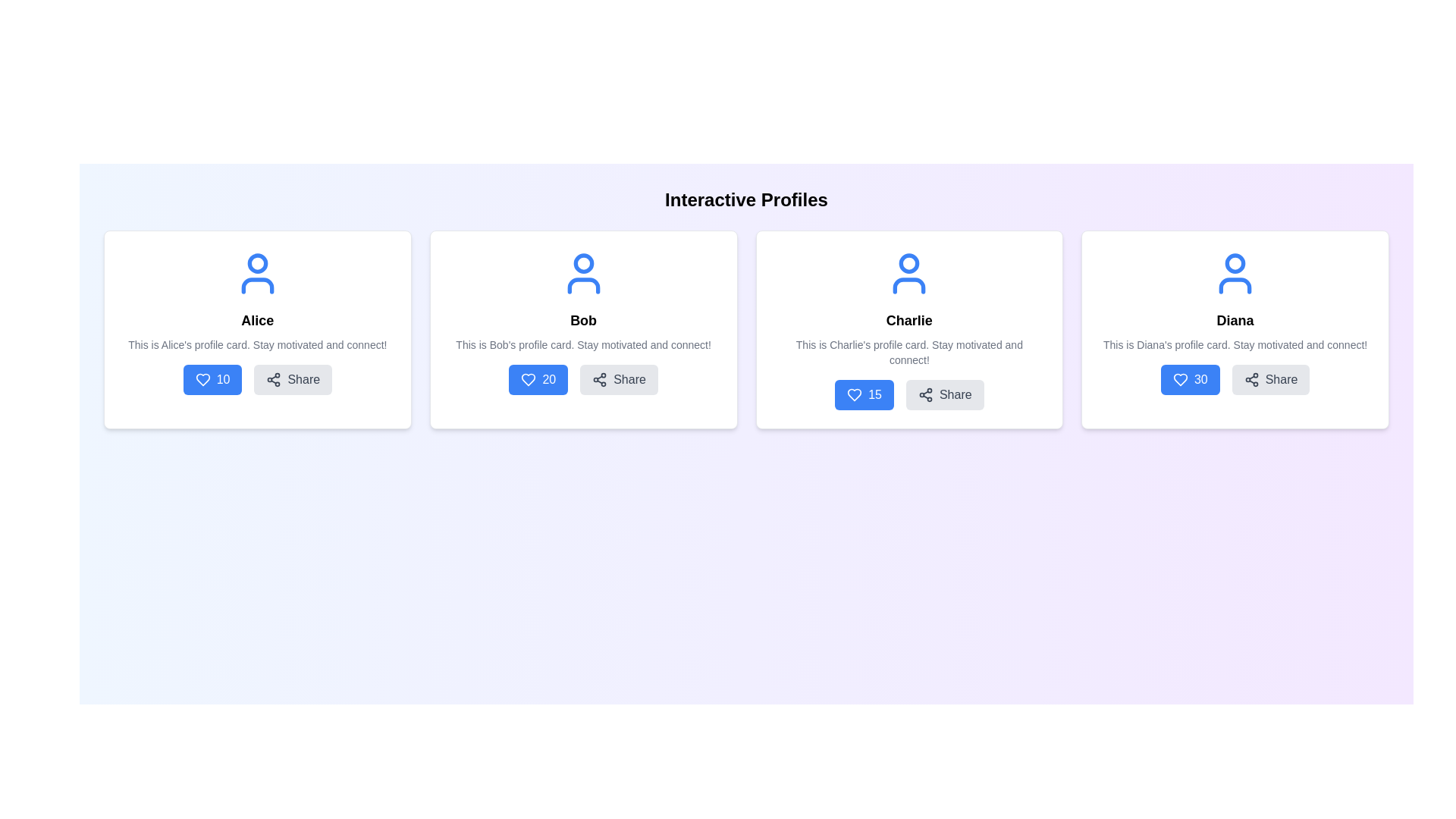 The width and height of the screenshot is (1456, 819). I want to click on the small circular shape representing the face of Bob's graphical user icon within his profile card, so click(582, 262).